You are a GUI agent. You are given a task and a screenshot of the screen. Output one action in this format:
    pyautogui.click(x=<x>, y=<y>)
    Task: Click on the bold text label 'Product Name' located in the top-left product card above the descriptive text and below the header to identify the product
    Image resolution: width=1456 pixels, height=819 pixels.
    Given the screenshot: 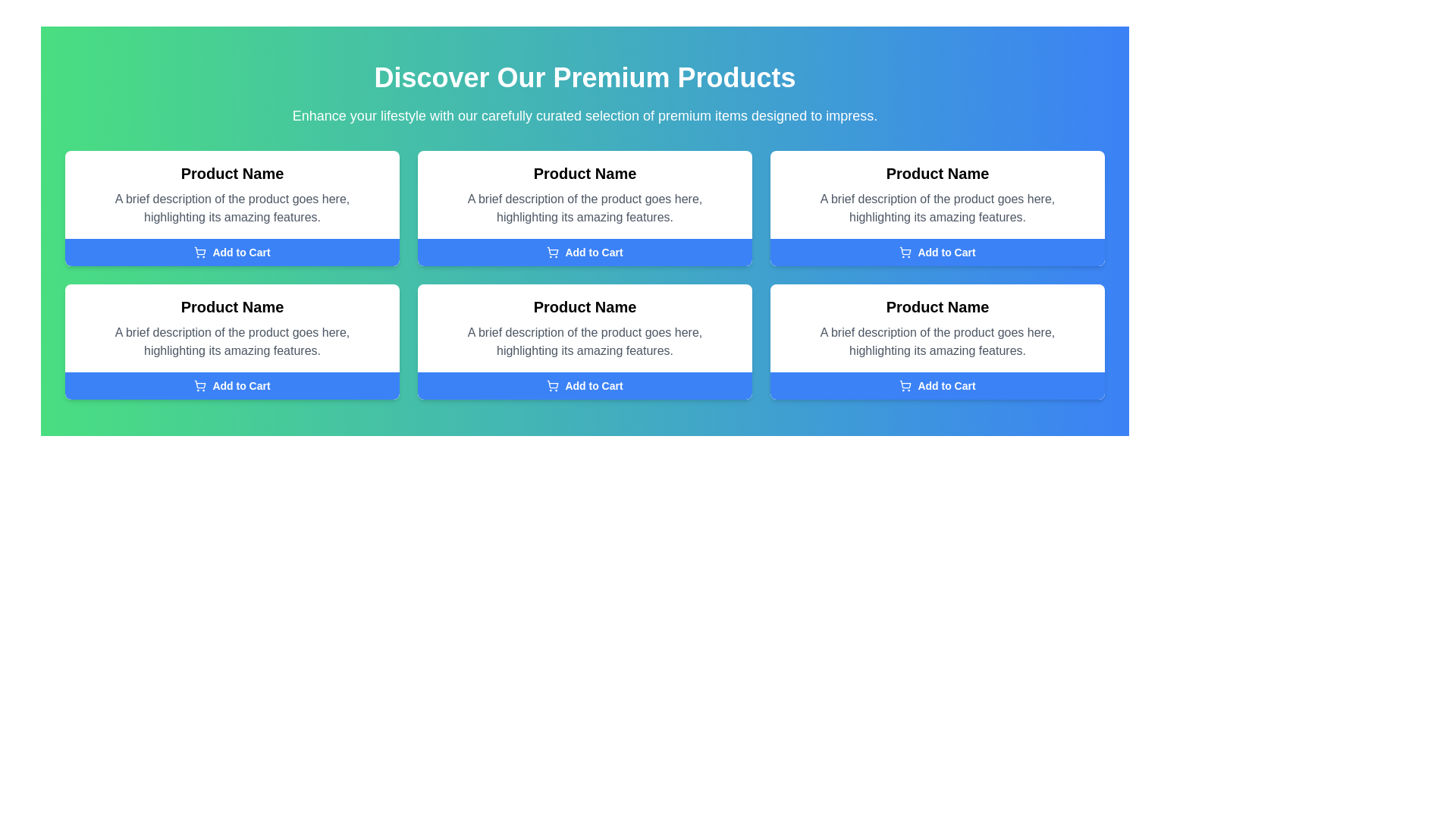 What is the action you would take?
    pyautogui.click(x=231, y=172)
    